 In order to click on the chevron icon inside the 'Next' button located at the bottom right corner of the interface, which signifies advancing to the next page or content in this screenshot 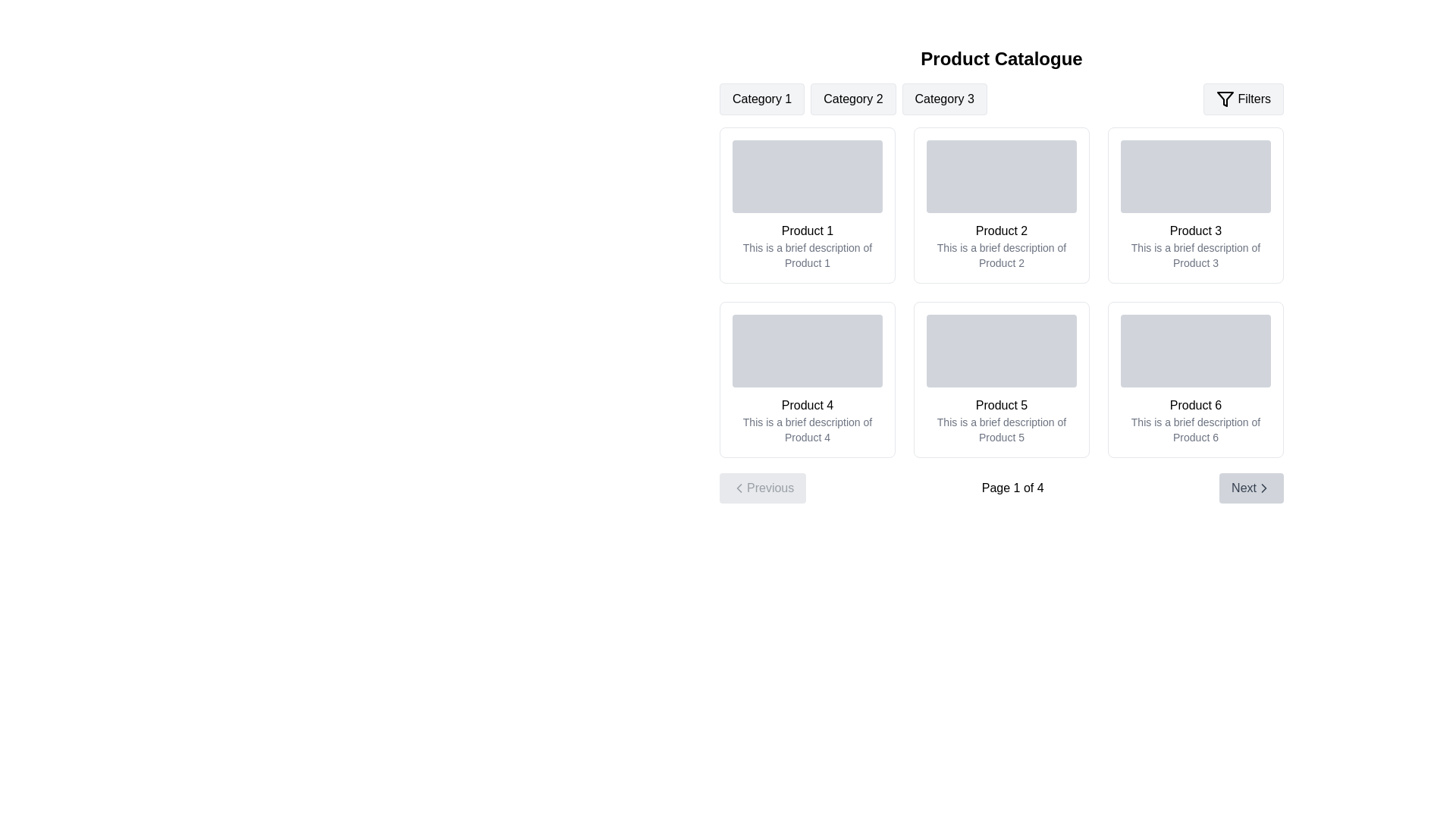, I will do `click(1263, 488)`.